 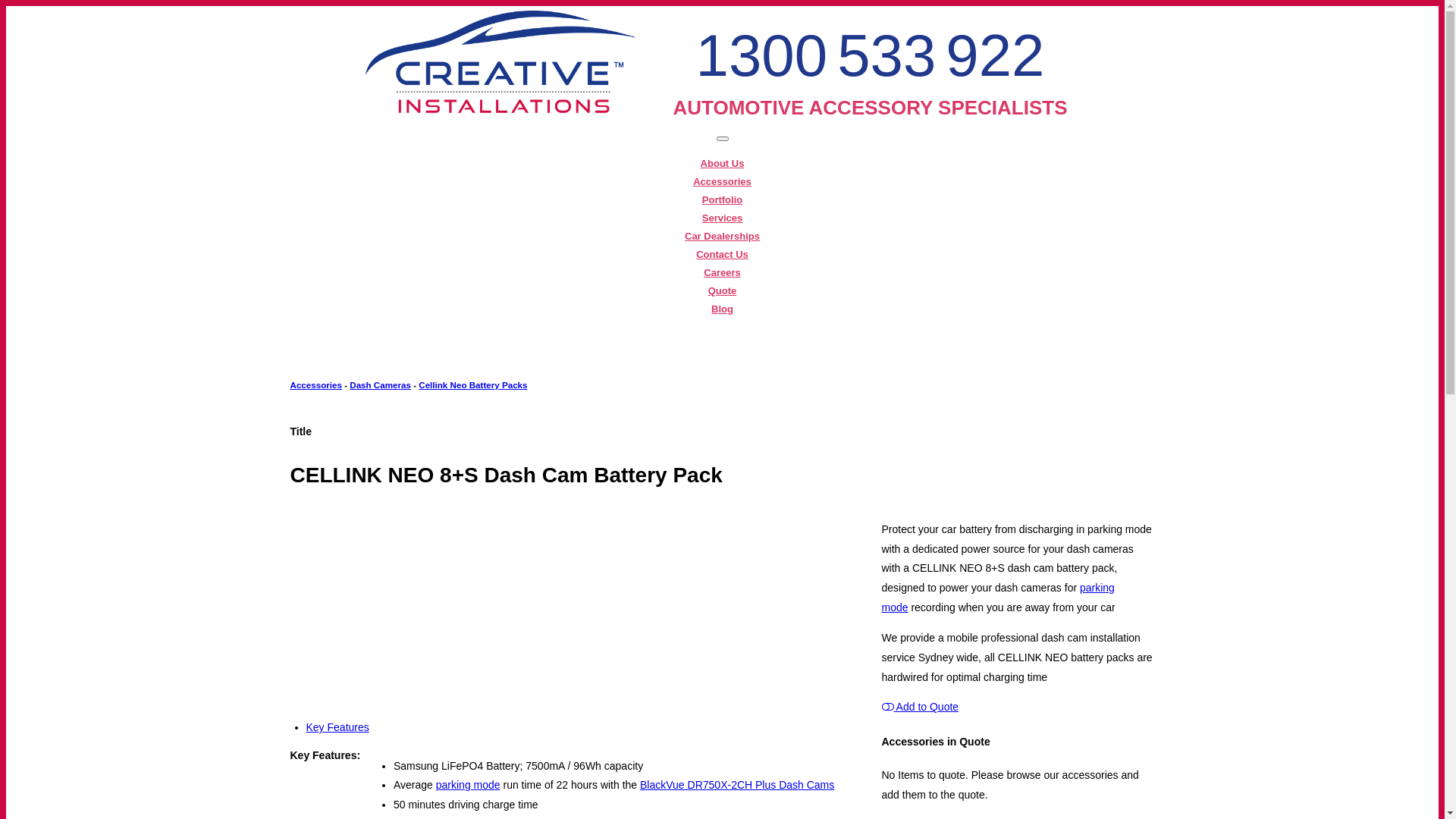 What do you see at coordinates (720, 138) in the screenshot?
I see `'Toggle navigation'` at bounding box center [720, 138].